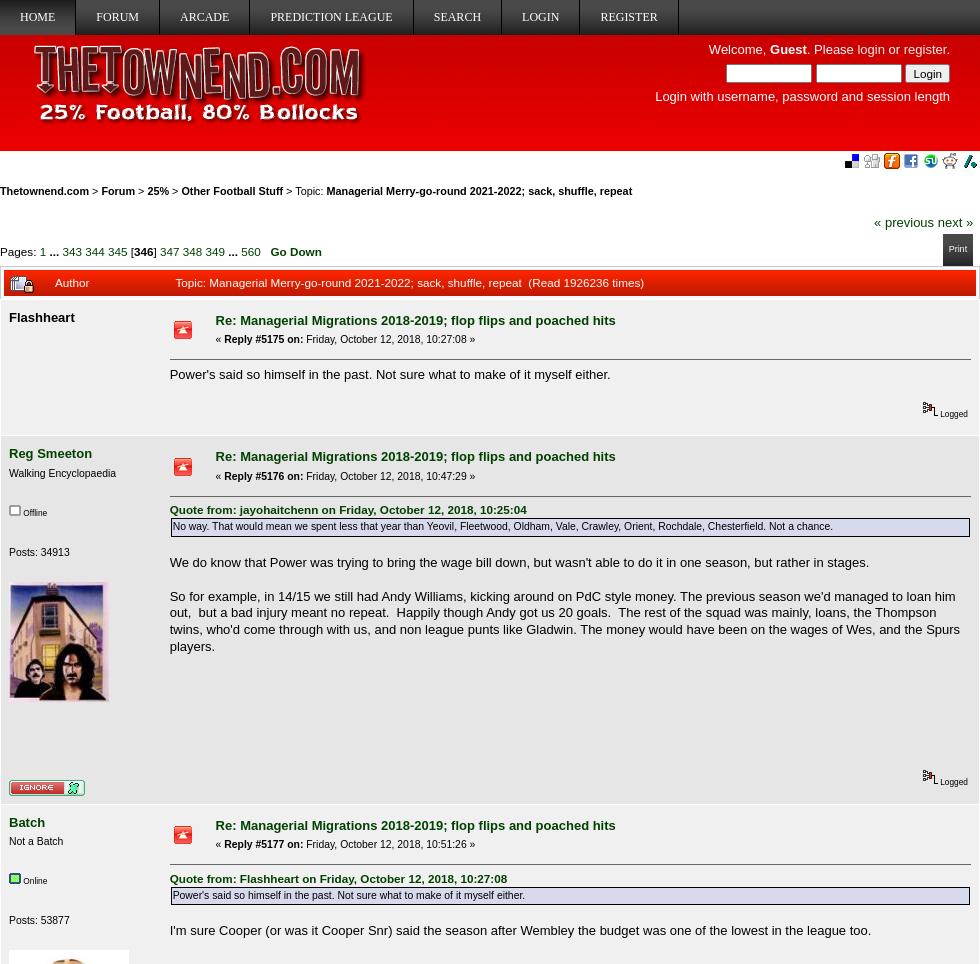 The height and width of the screenshot is (964, 980). I want to click on 'Topic: Managerial Merry-go-round 2021-2022; sack, shuffle, repeat  (Read 1926236 times)', so click(409, 282).